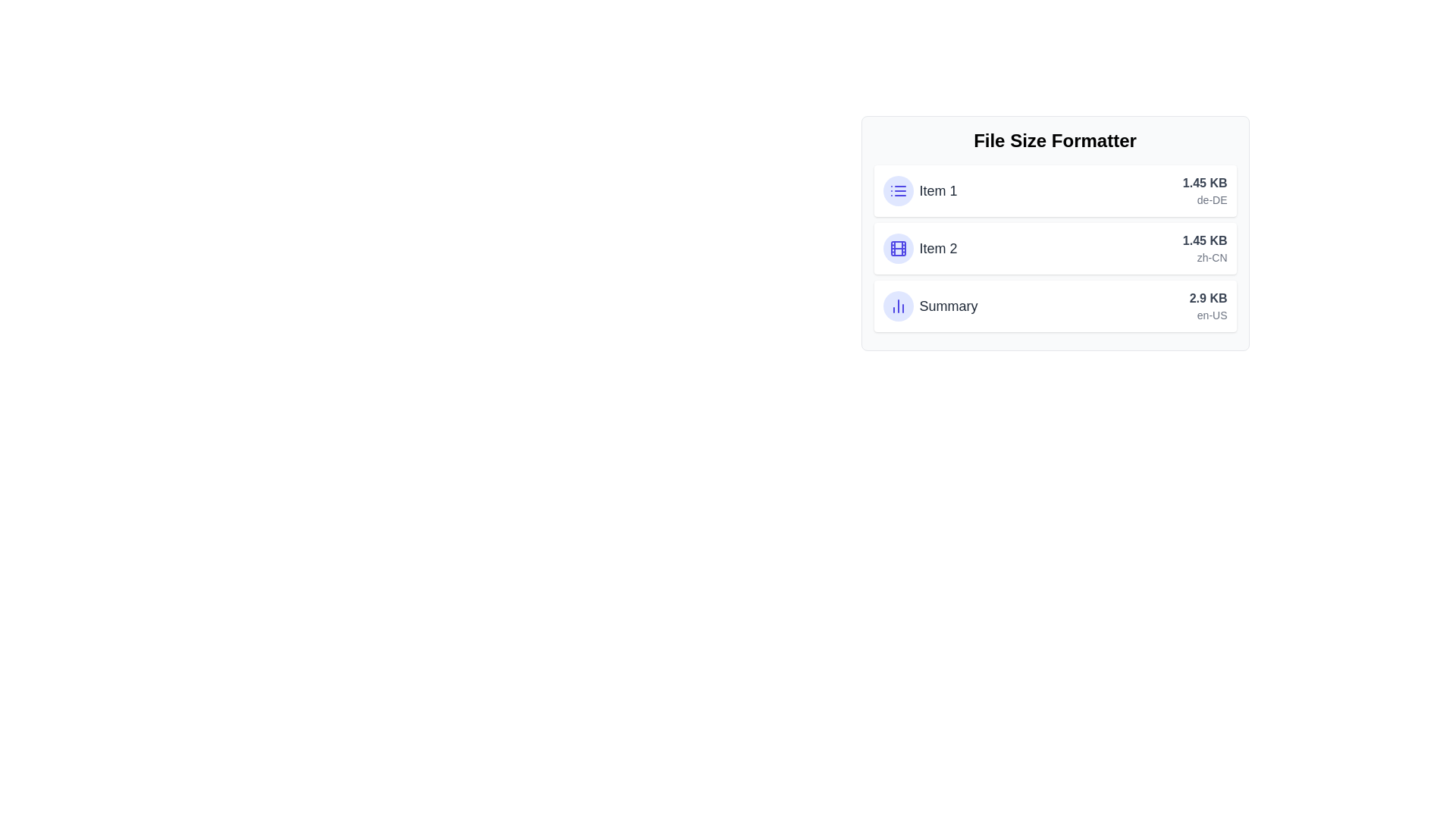  What do you see at coordinates (1207, 315) in the screenshot?
I see `the text label 'en-US' styled with a smaller gray font located on the right side of the '2.9 KB' label within the 'Summary' row of the 'File Size Formatter' panel` at bounding box center [1207, 315].